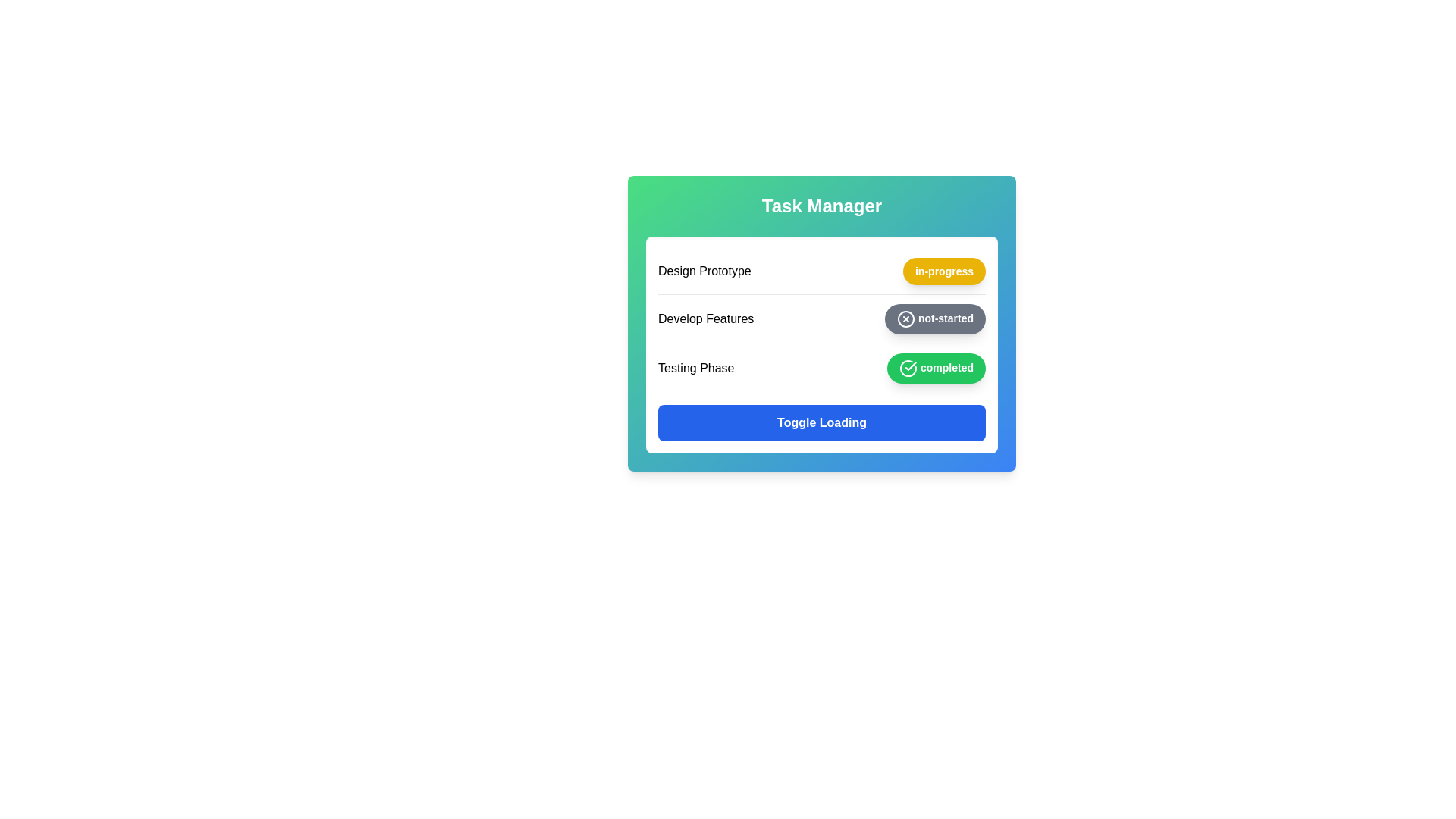 Image resolution: width=1456 pixels, height=819 pixels. I want to click on the text label stating 'Testing Phase', which is styled with a medium font weight and is located in the task summary section, to the left of the green button labeled 'completed', so click(695, 369).